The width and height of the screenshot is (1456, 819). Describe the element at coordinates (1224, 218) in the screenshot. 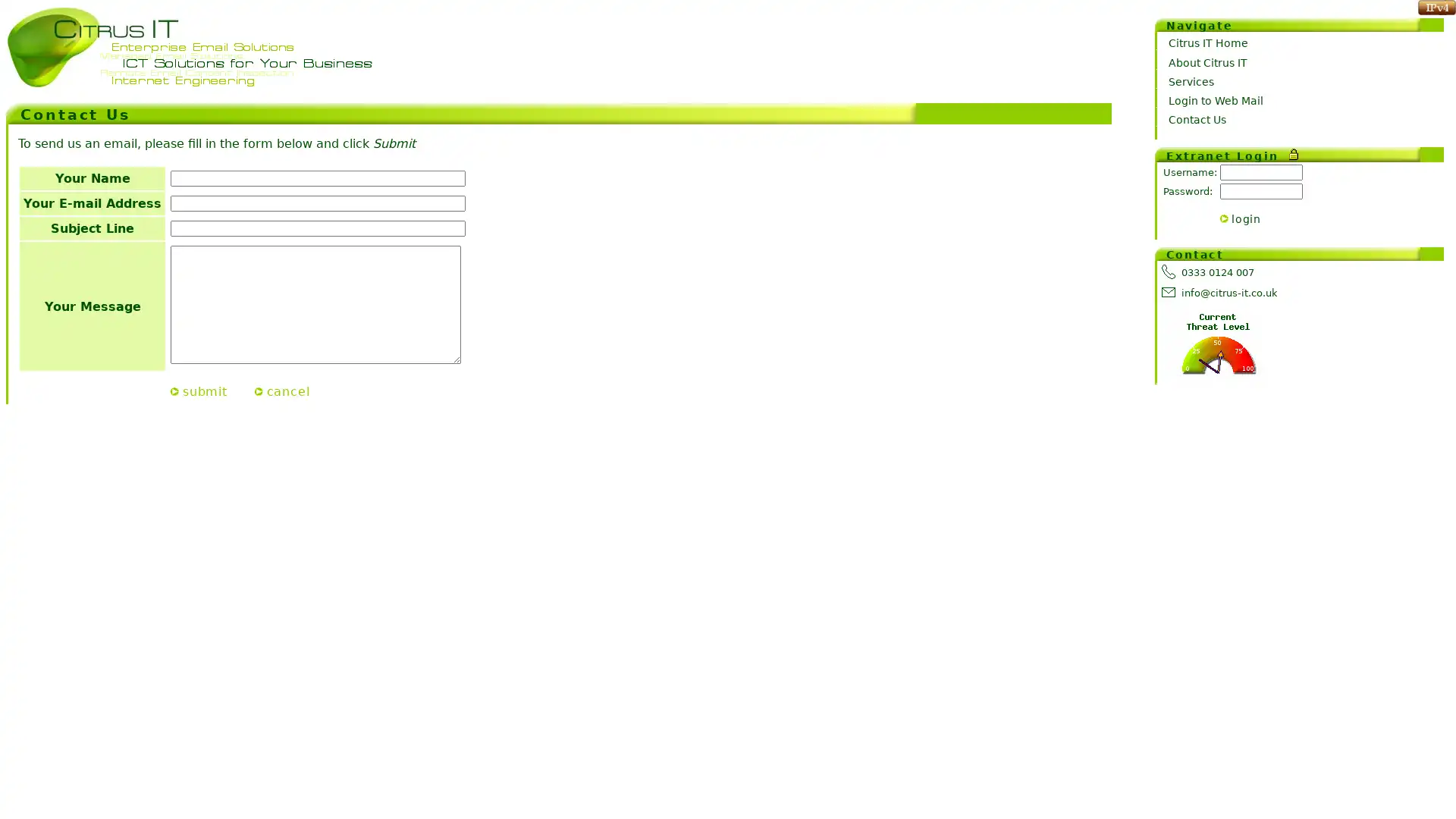

I see `>` at that location.